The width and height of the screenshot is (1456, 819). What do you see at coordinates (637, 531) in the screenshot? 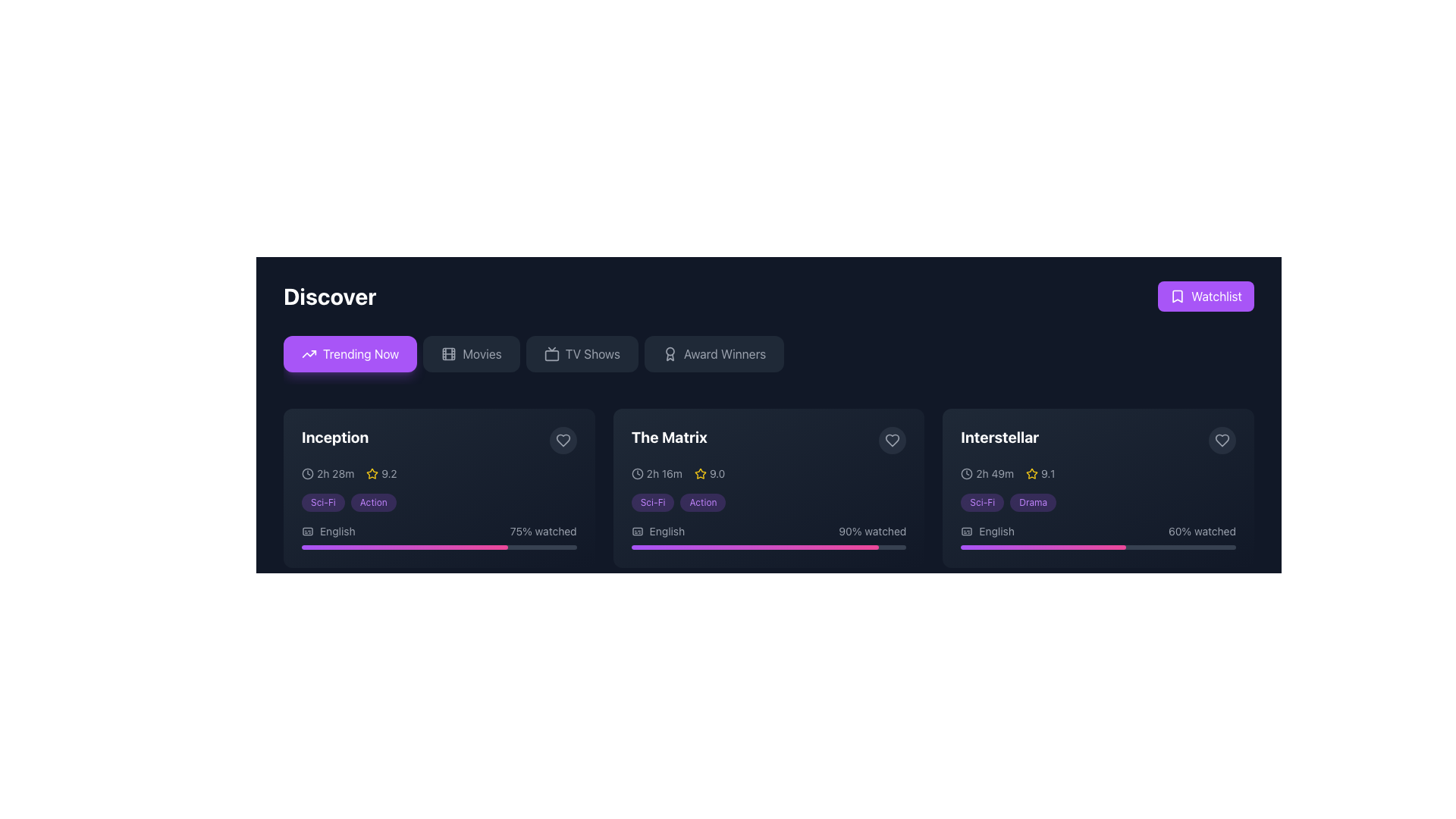
I see `the caption icon, which resembles a rectangular outline with text-like lines inside, positioned to the left of the 'English' text in 'The Matrix' card` at bounding box center [637, 531].